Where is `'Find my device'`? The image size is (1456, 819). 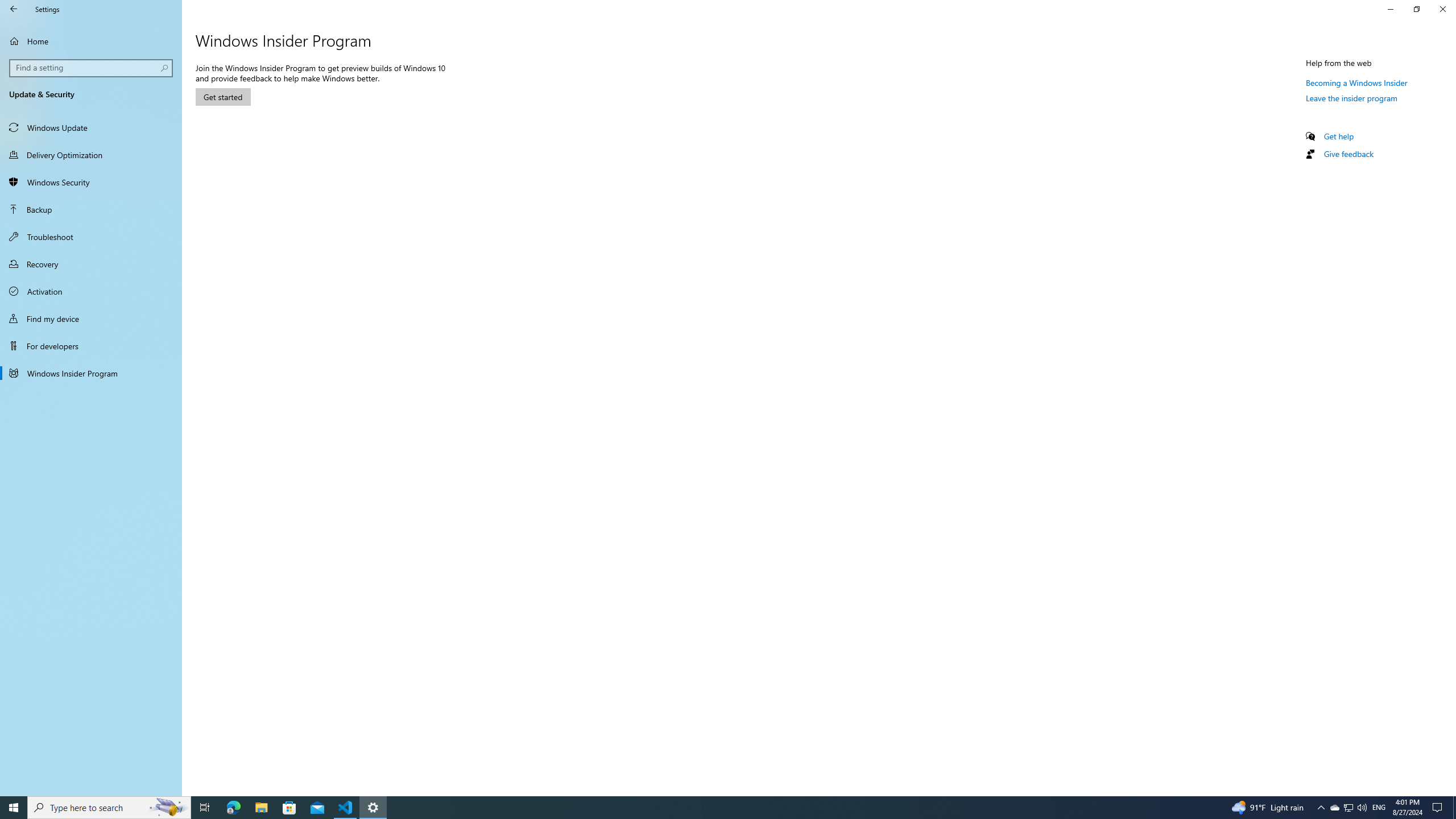
'Find my device' is located at coordinates (90, 318).